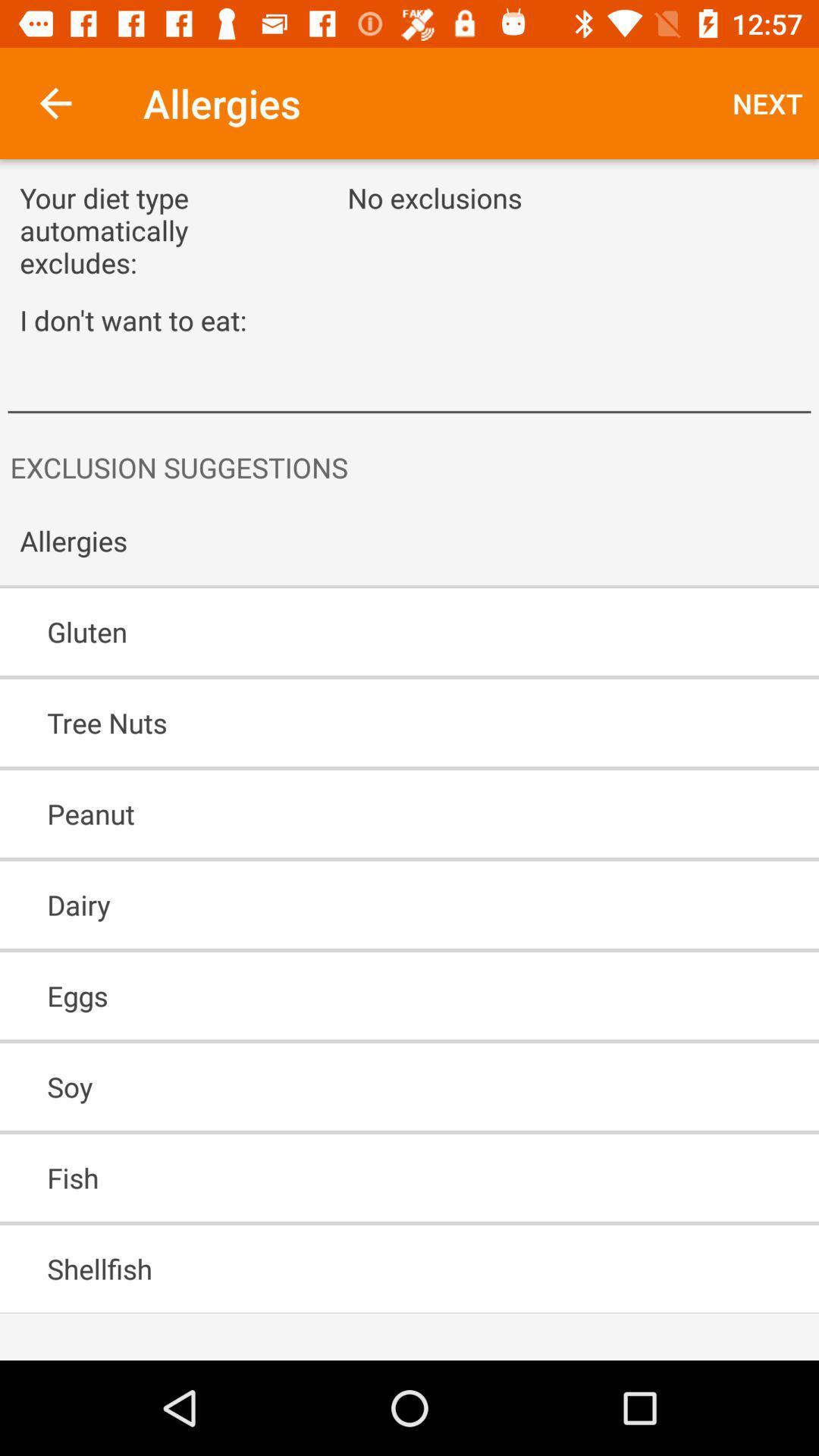 This screenshot has width=819, height=1456. Describe the element at coordinates (767, 102) in the screenshot. I see `icon next to the your diet type item` at that location.